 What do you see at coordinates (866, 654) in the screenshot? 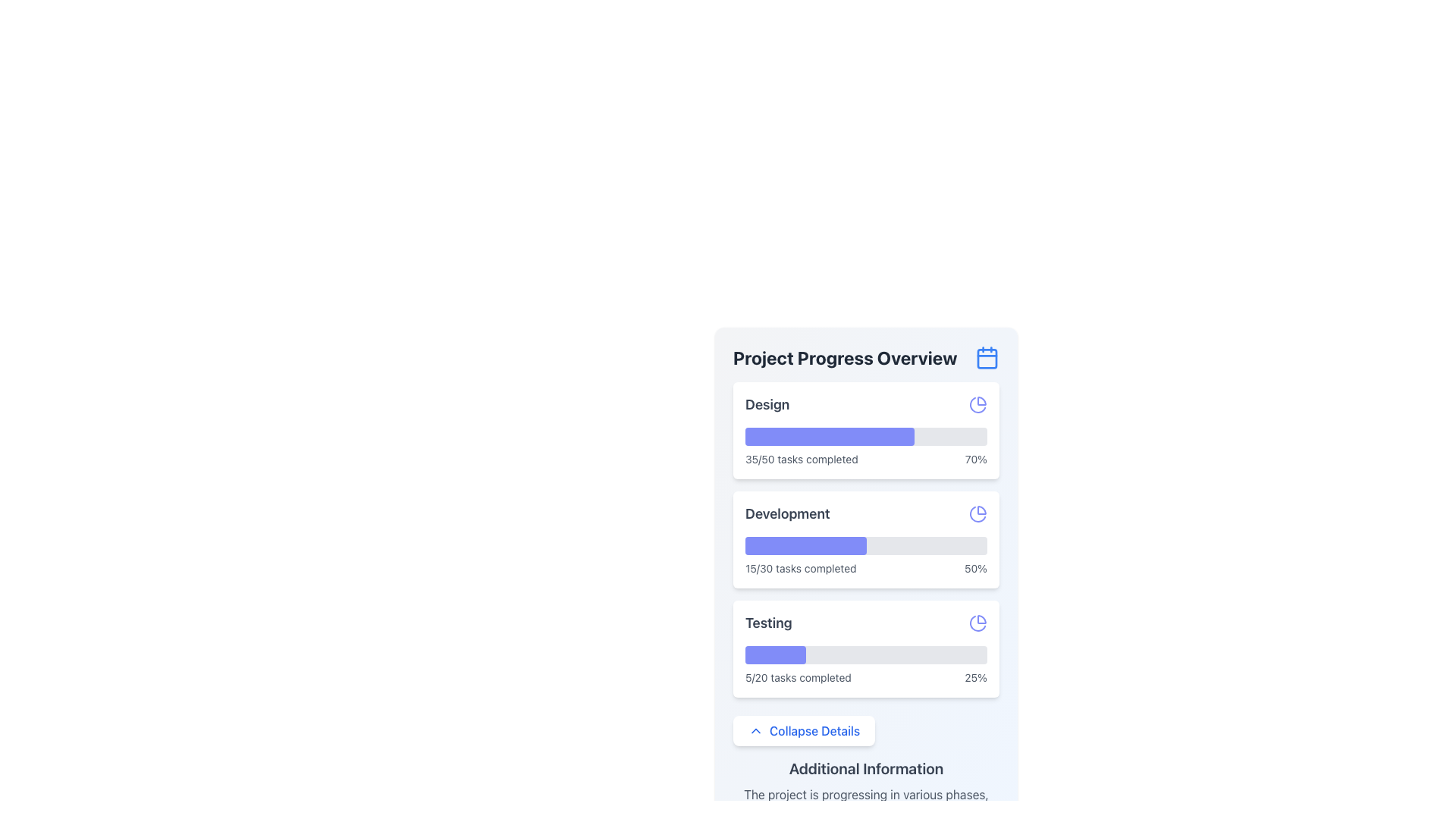
I see `the horizontal progress bar with a light gray background and a blue fill indicating 25% completion, located in the 'Testing' section of the task progress overview card` at bounding box center [866, 654].